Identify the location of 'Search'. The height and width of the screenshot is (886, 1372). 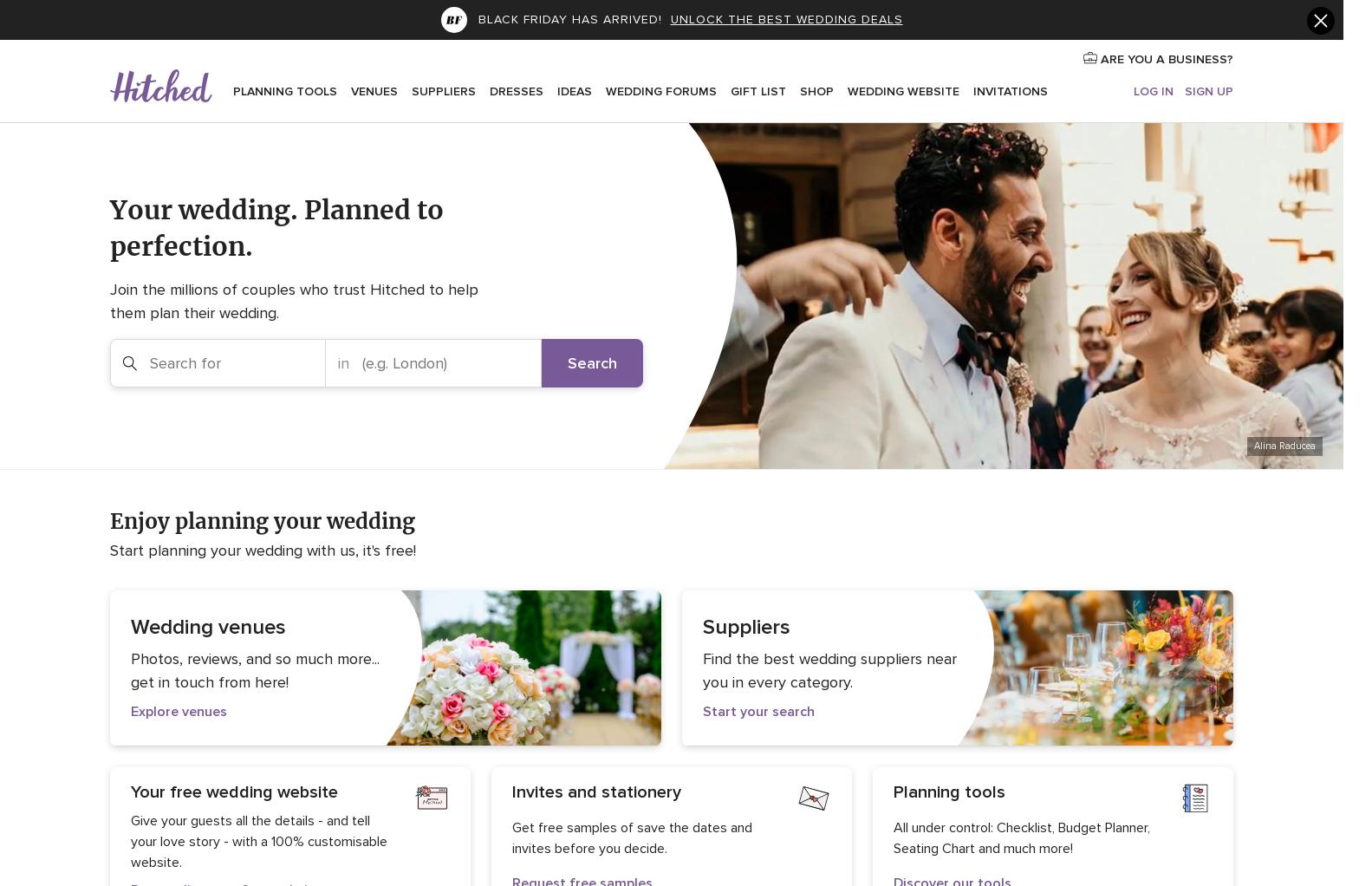
(591, 363).